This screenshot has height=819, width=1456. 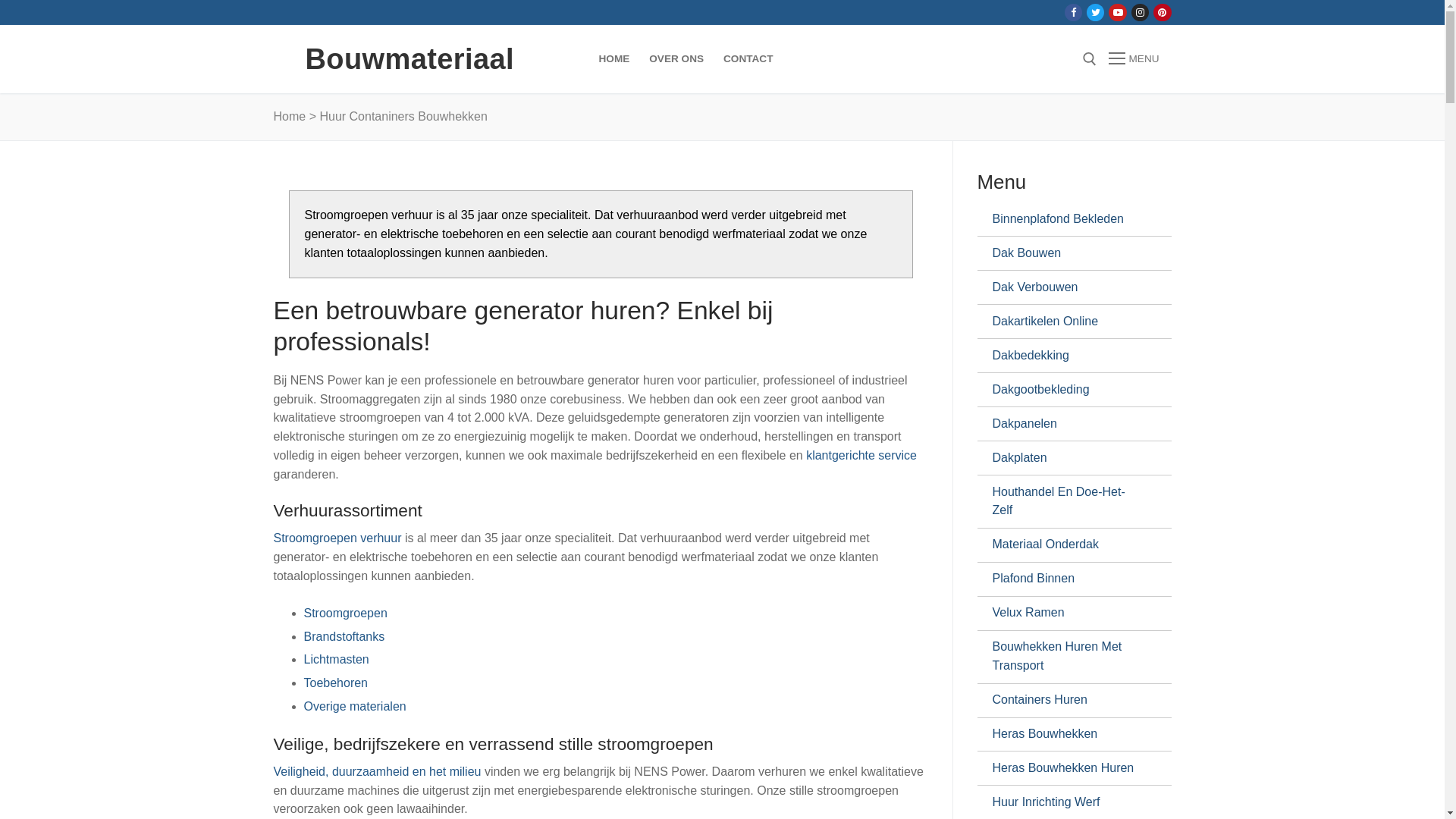 What do you see at coordinates (1066, 253) in the screenshot?
I see `'Dak Bouwen'` at bounding box center [1066, 253].